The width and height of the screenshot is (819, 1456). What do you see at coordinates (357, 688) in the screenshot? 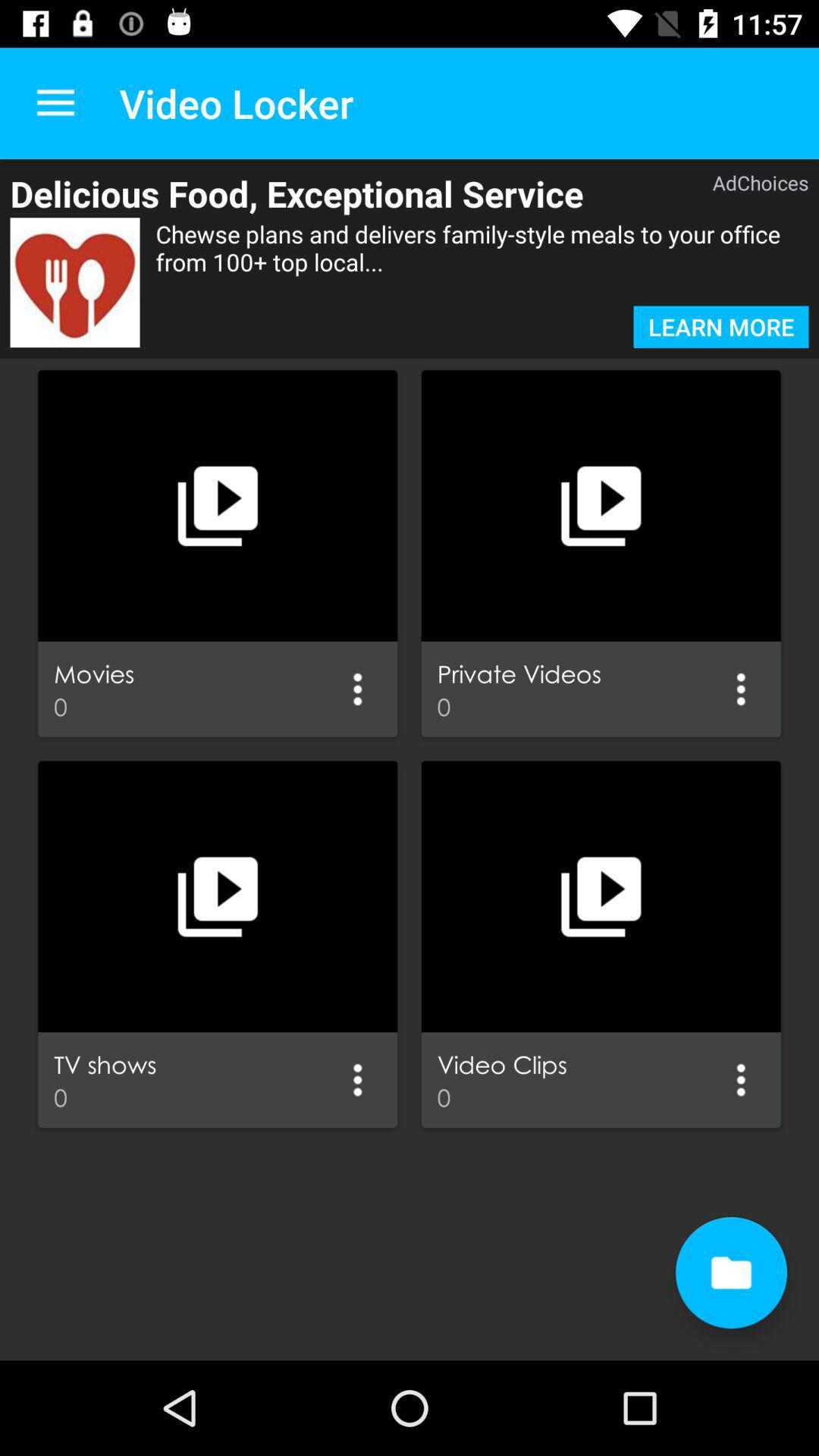
I see `open folder menu` at bounding box center [357, 688].